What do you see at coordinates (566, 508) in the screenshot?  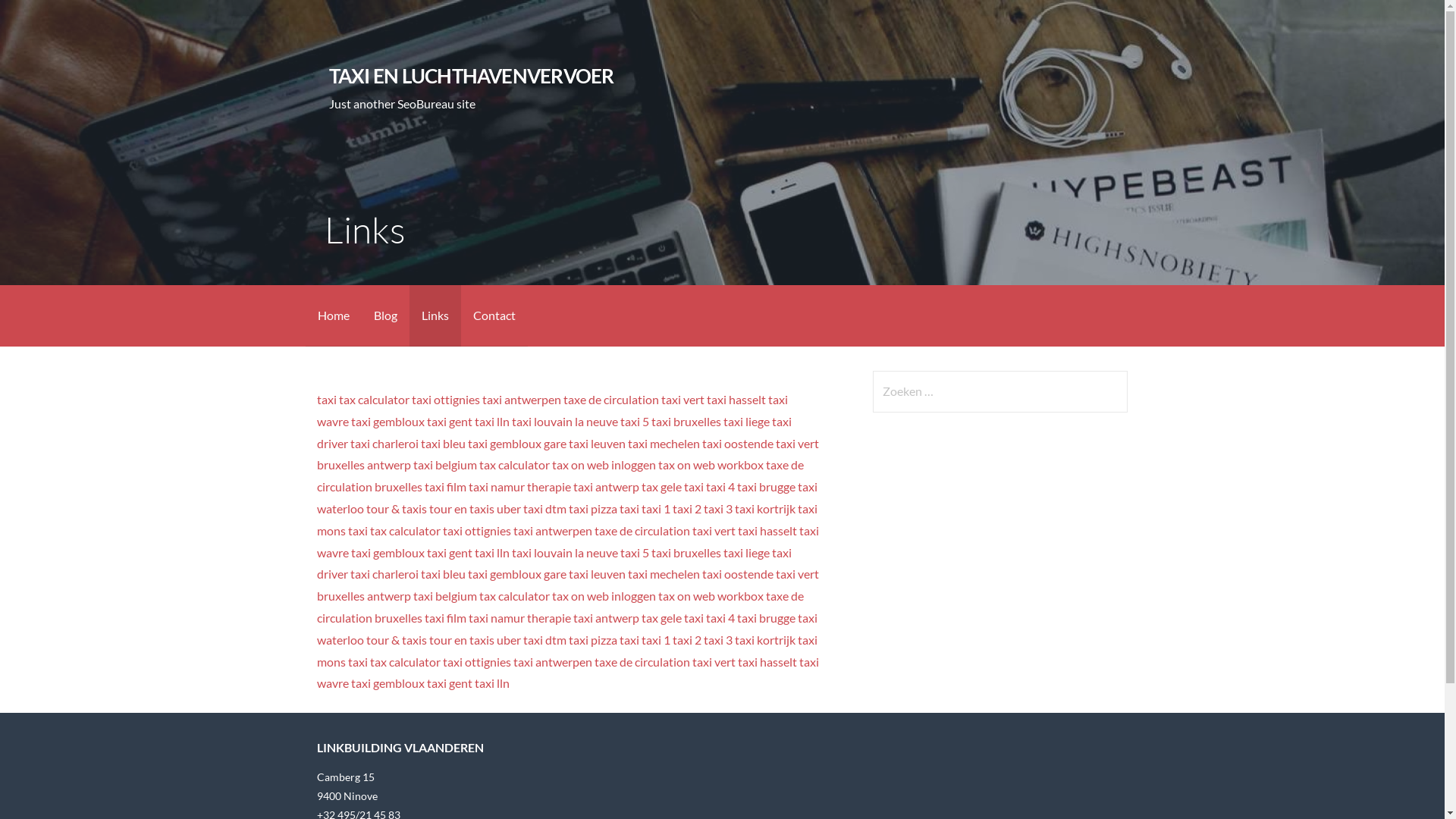 I see `'dtm taxi'` at bounding box center [566, 508].